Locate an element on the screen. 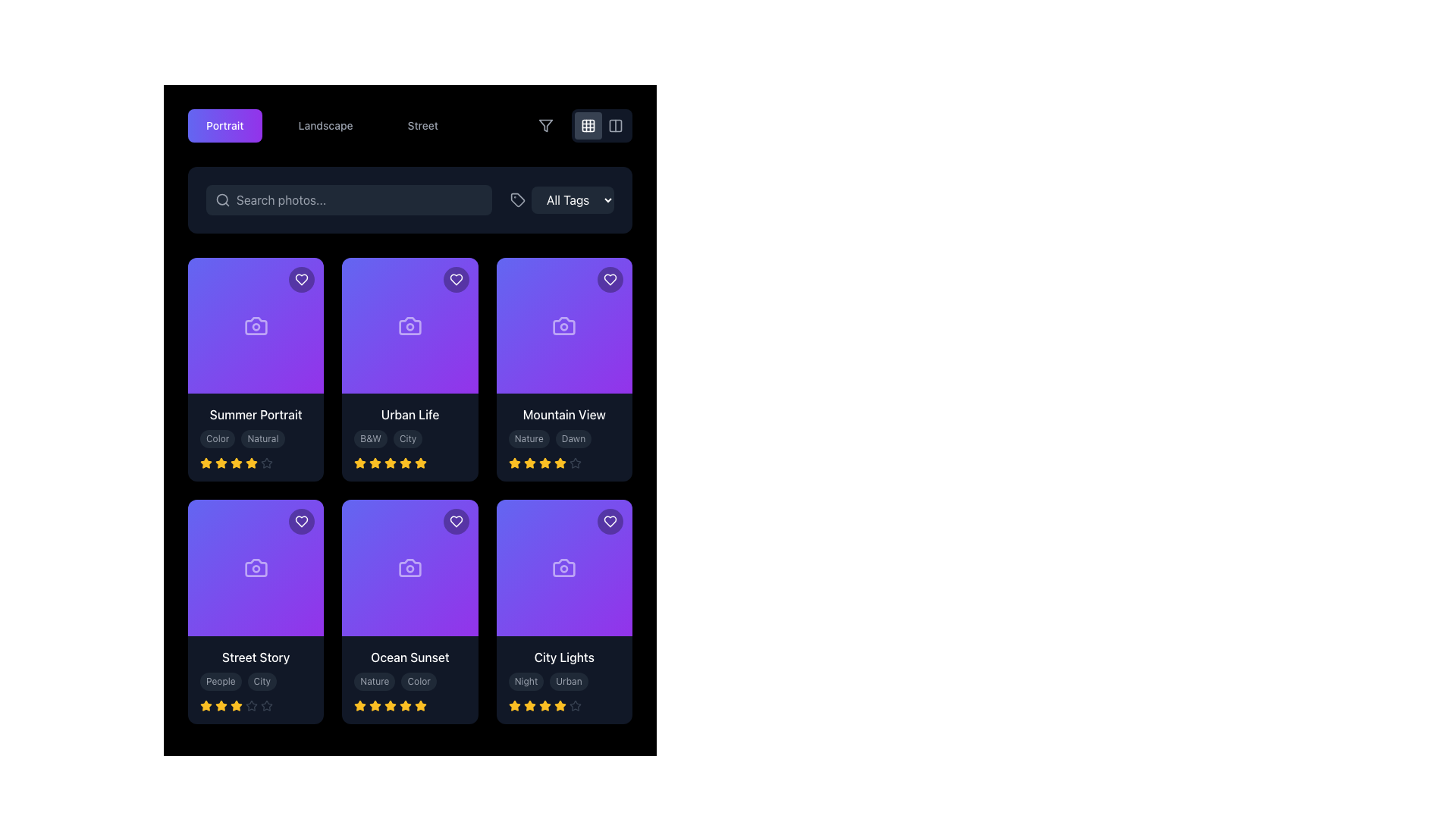 The height and width of the screenshot is (819, 1456). the fifth star icon in the 5-star rating system for the 'City Lights' card is located at coordinates (559, 705).